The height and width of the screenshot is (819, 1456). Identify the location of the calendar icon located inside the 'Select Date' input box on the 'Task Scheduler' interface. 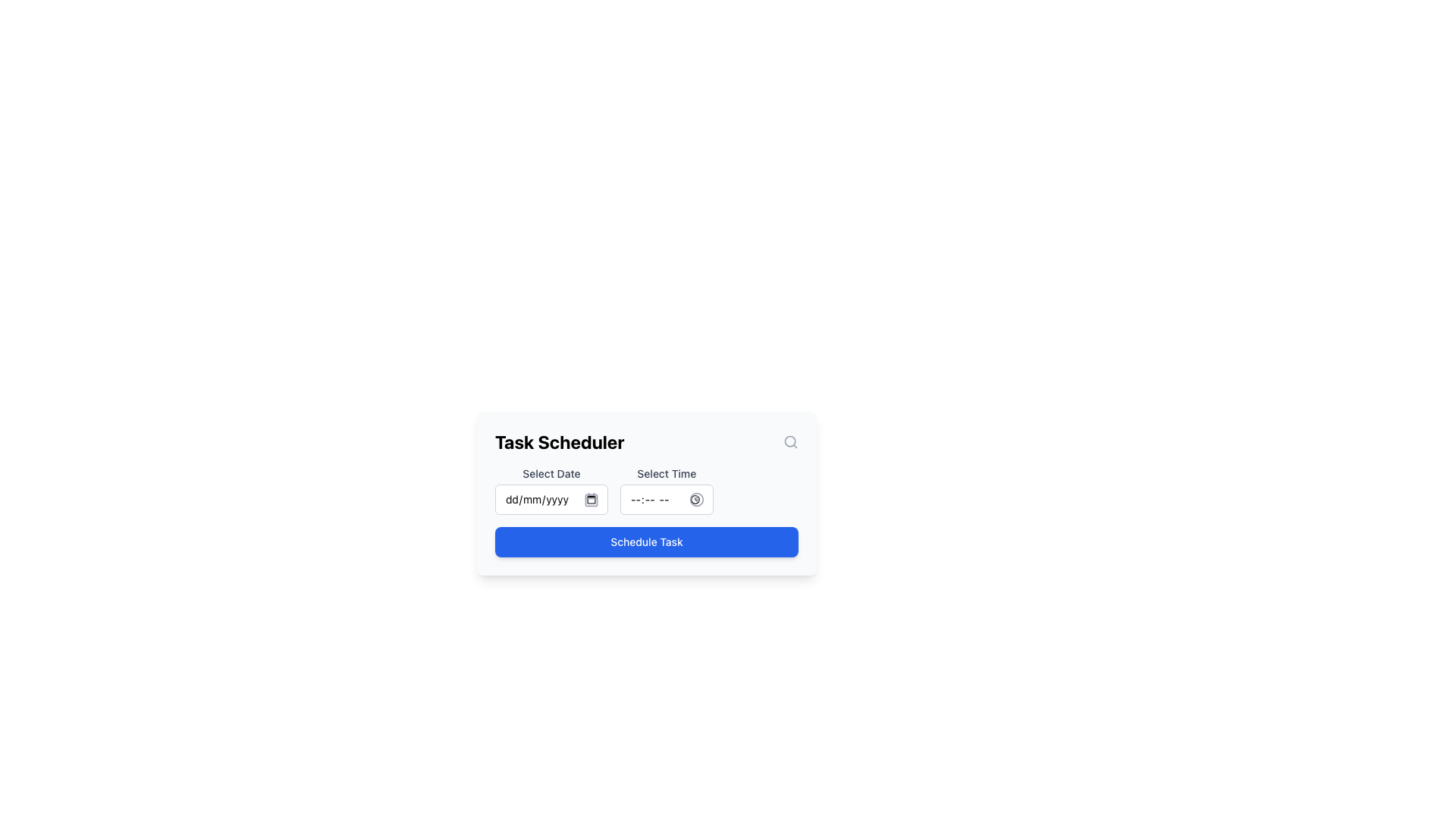
(590, 500).